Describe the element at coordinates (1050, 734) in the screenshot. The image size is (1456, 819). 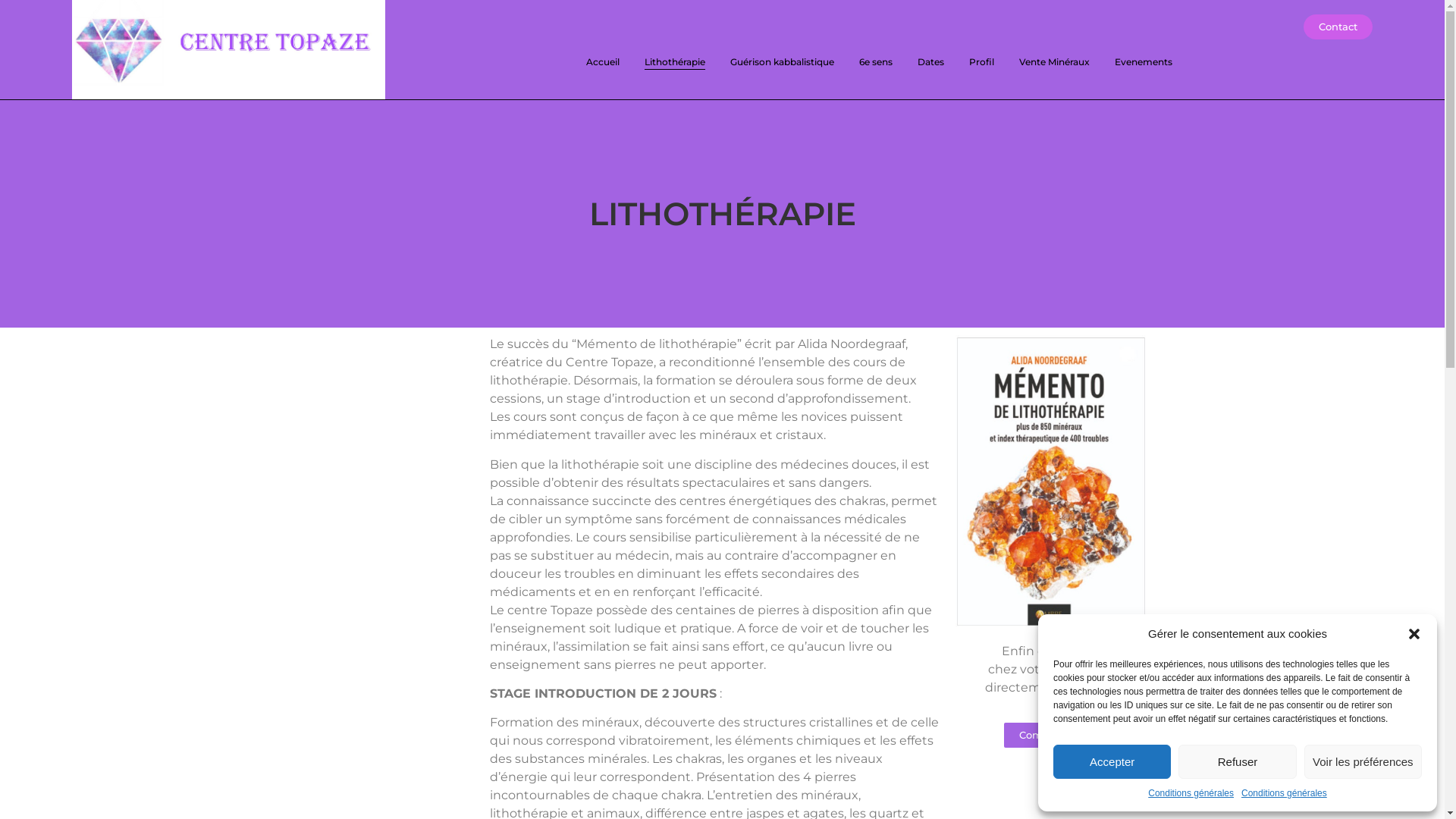
I see `'Commander'` at that location.